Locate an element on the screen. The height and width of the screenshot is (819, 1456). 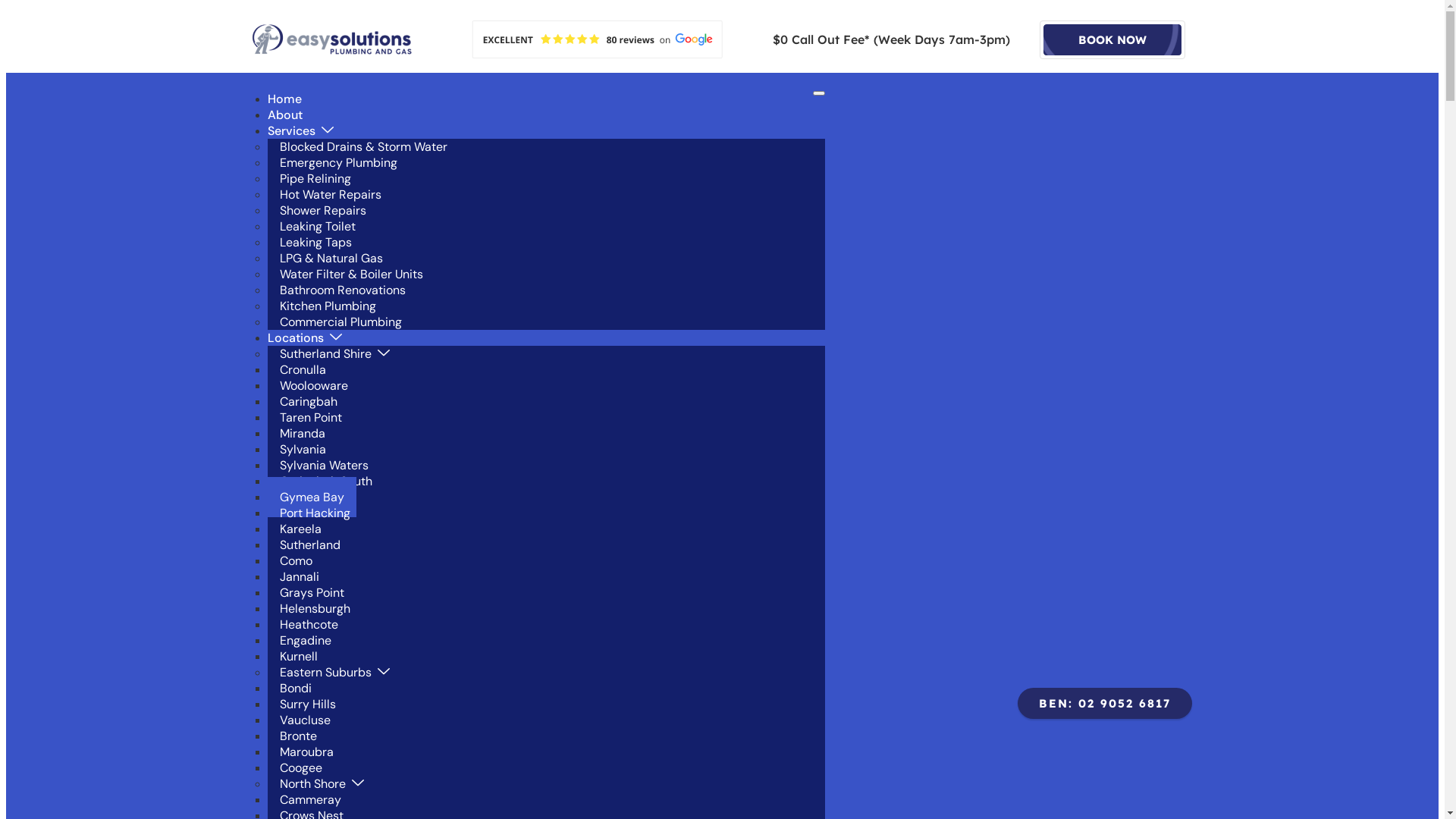
'LPG & Natural Gas' is located at coordinates (330, 257).